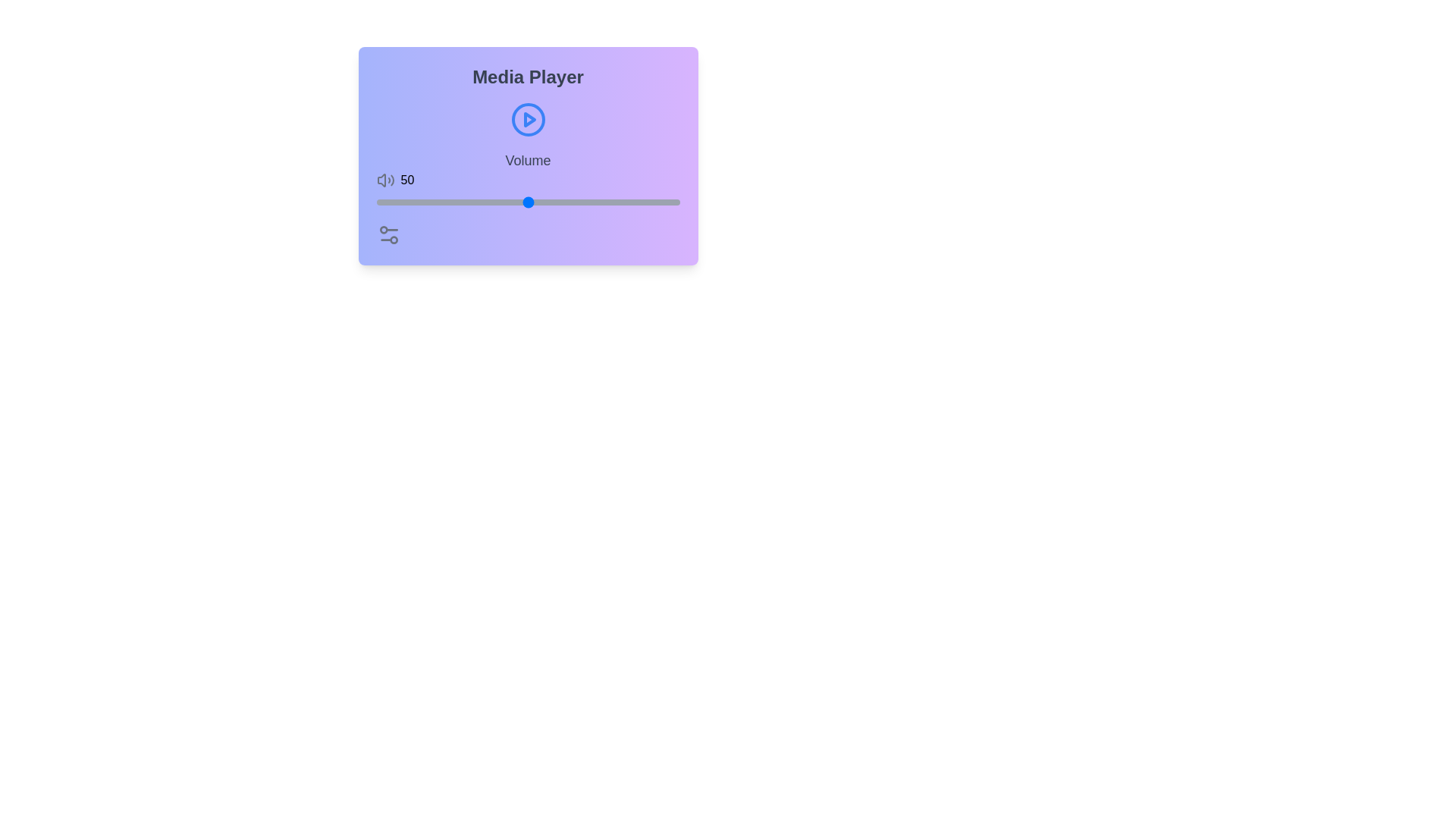 The height and width of the screenshot is (819, 1456). I want to click on the play icon, which is a triangle pointing to the right inside a blue circular boundary, located at the center of the media player's interface to play the media, so click(529, 119).